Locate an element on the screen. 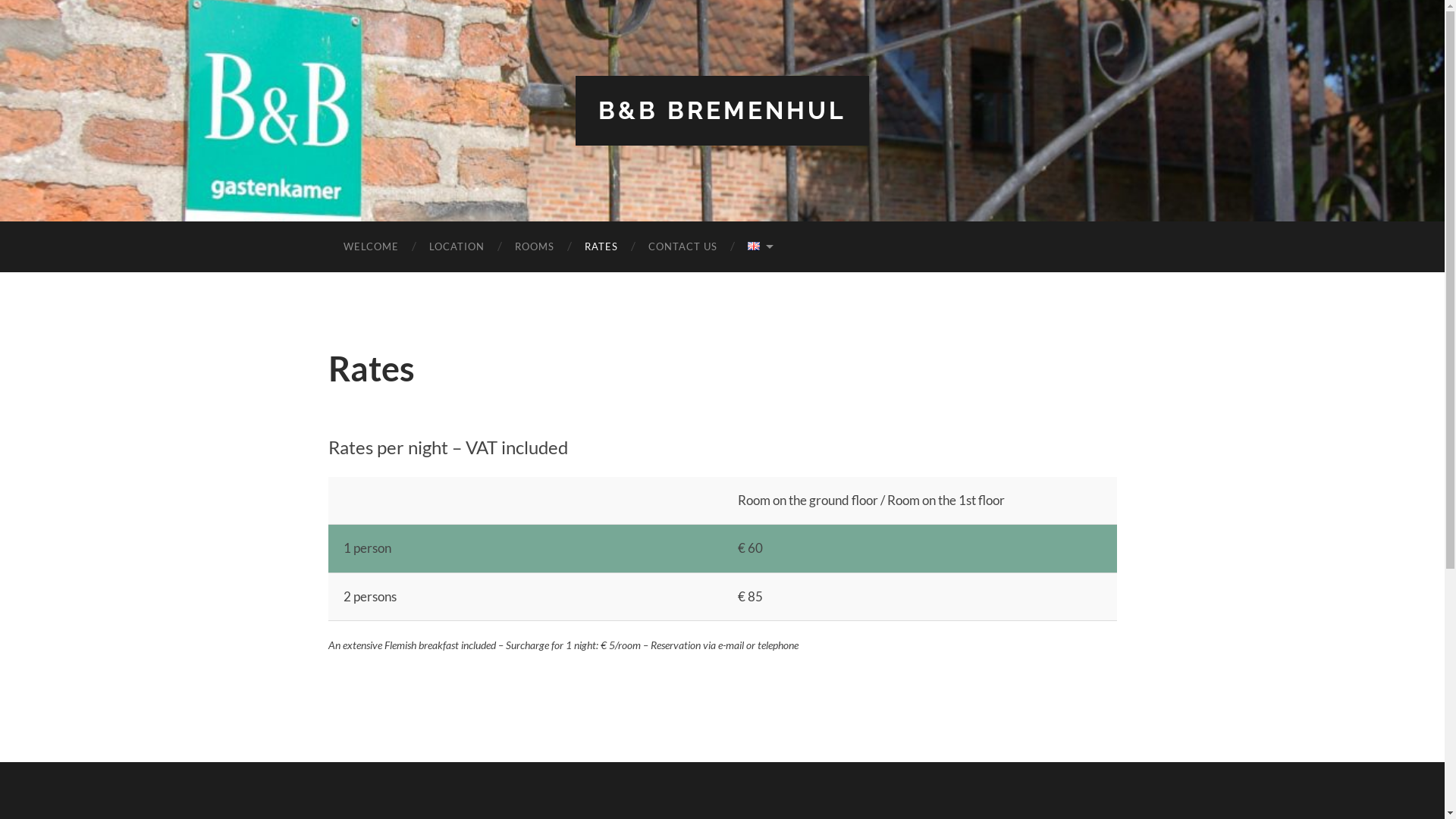 This screenshot has width=1456, height=819. 'ROOMS' is located at coordinates (534, 246).